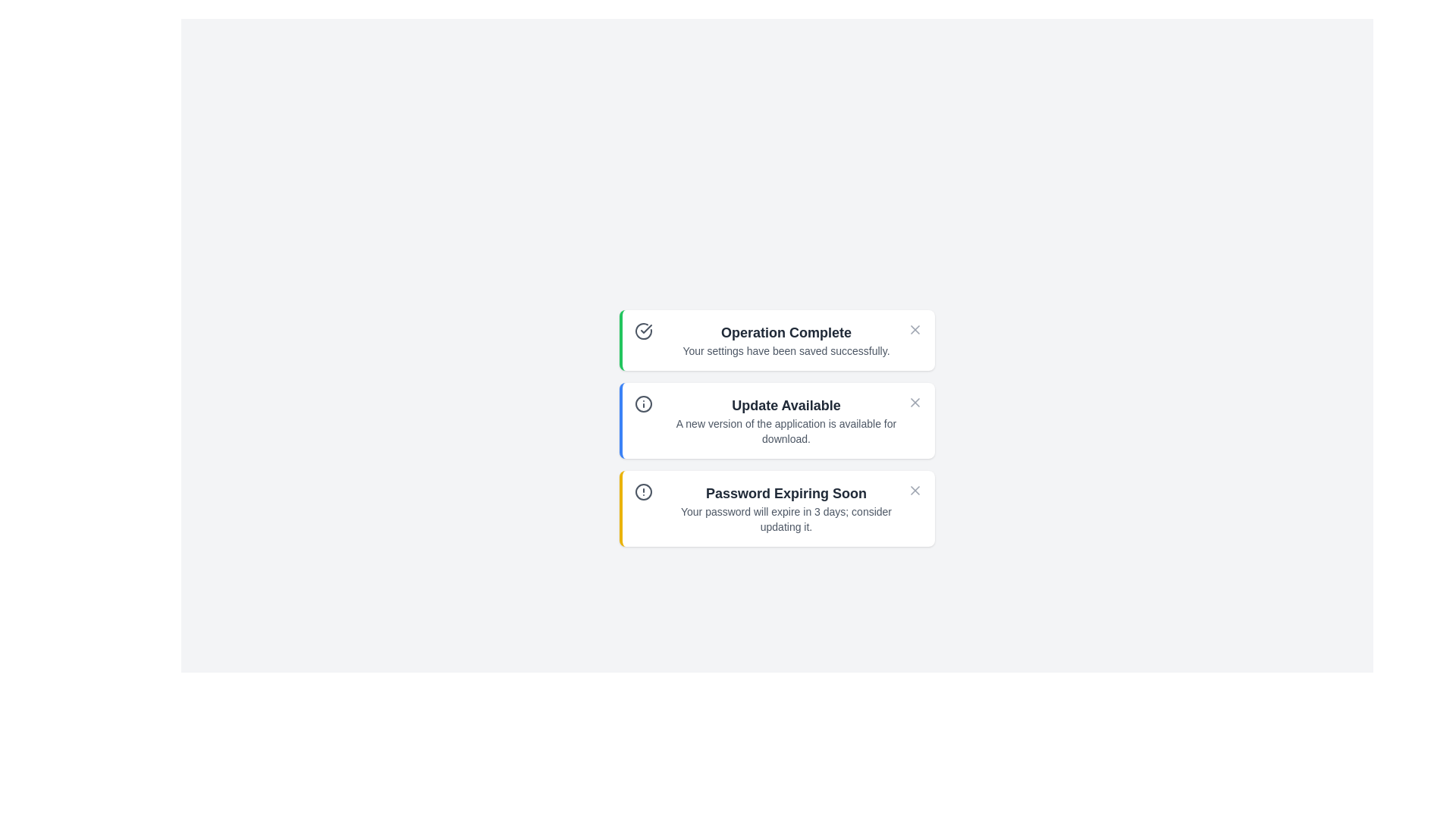  Describe the element at coordinates (644, 491) in the screenshot. I see `the warning icon that indicates the 'Password Expiring Soon' notification, which is the leftmost component in the lowest position among three notifications` at that location.